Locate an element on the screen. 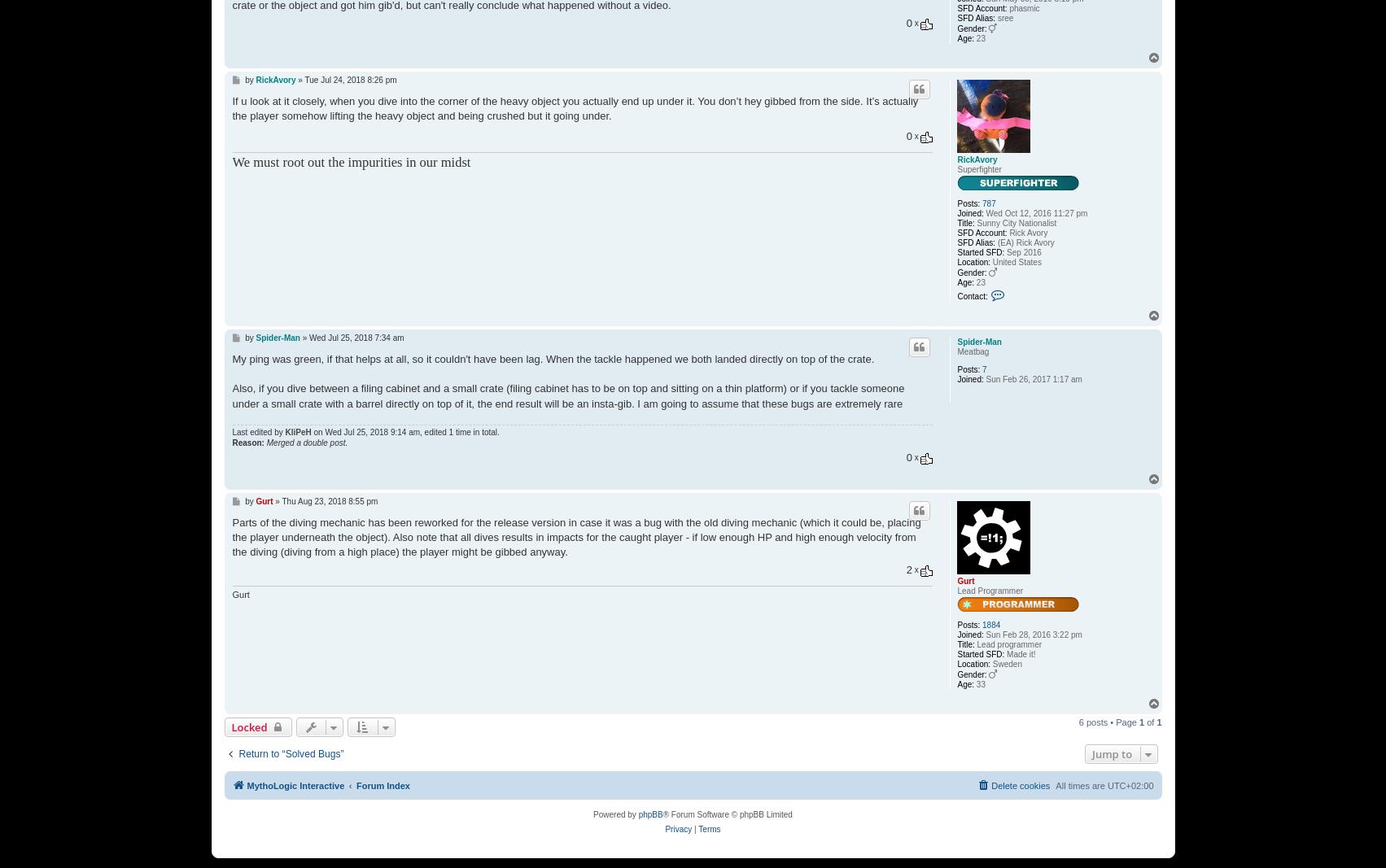  '2' is located at coordinates (908, 569).